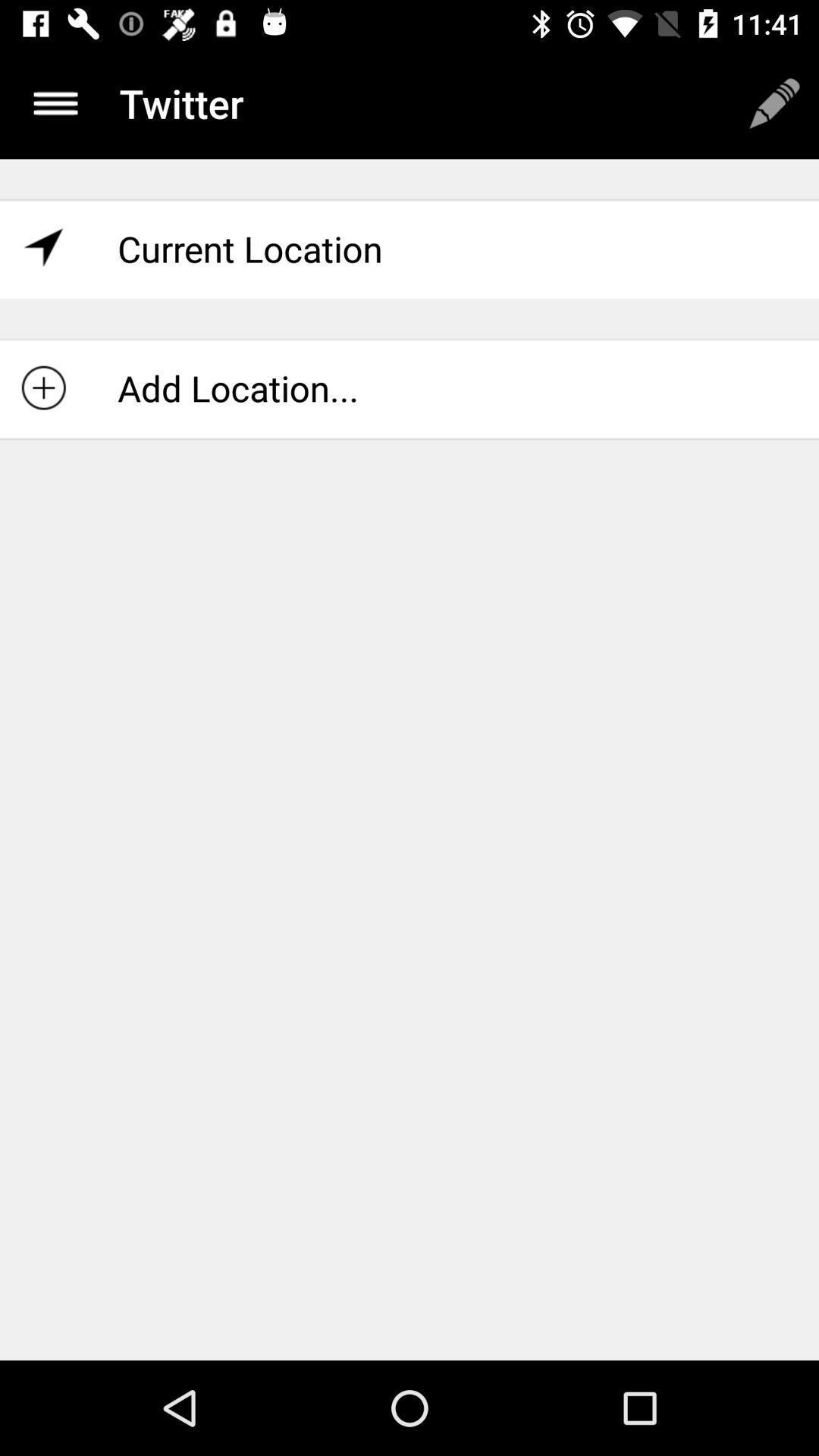 Image resolution: width=819 pixels, height=1456 pixels. What do you see at coordinates (774, 102) in the screenshot?
I see `icon to the right of twitter icon` at bounding box center [774, 102].